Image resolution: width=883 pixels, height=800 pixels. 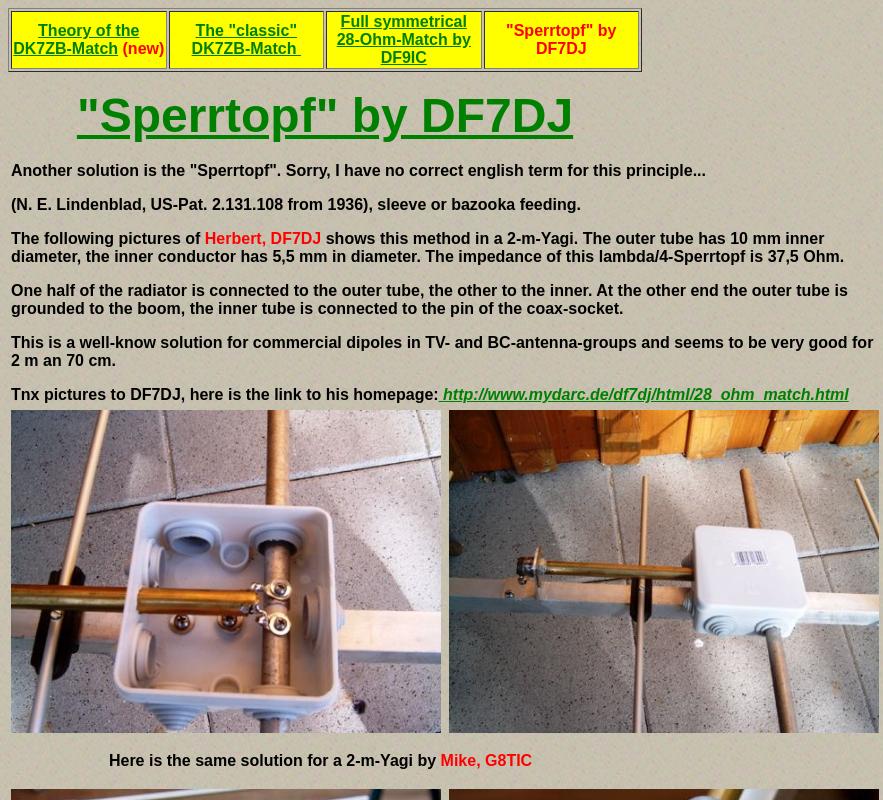 What do you see at coordinates (323, 114) in the screenshot?
I see `'"Sperrtopf" by
DF7DJ'` at bounding box center [323, 114].